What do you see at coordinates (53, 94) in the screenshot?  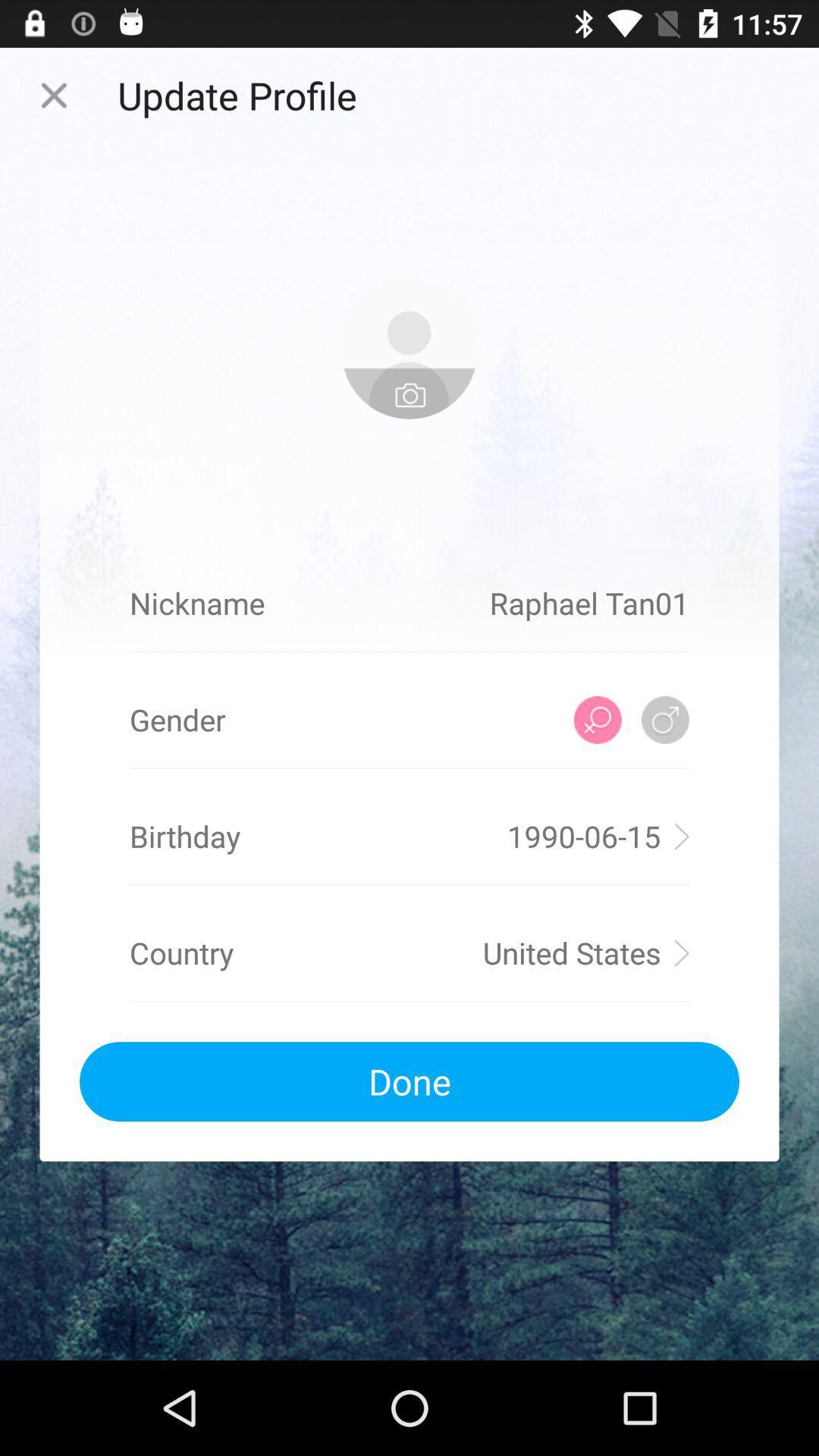 I see `the page` at bounding box center [53, 94].